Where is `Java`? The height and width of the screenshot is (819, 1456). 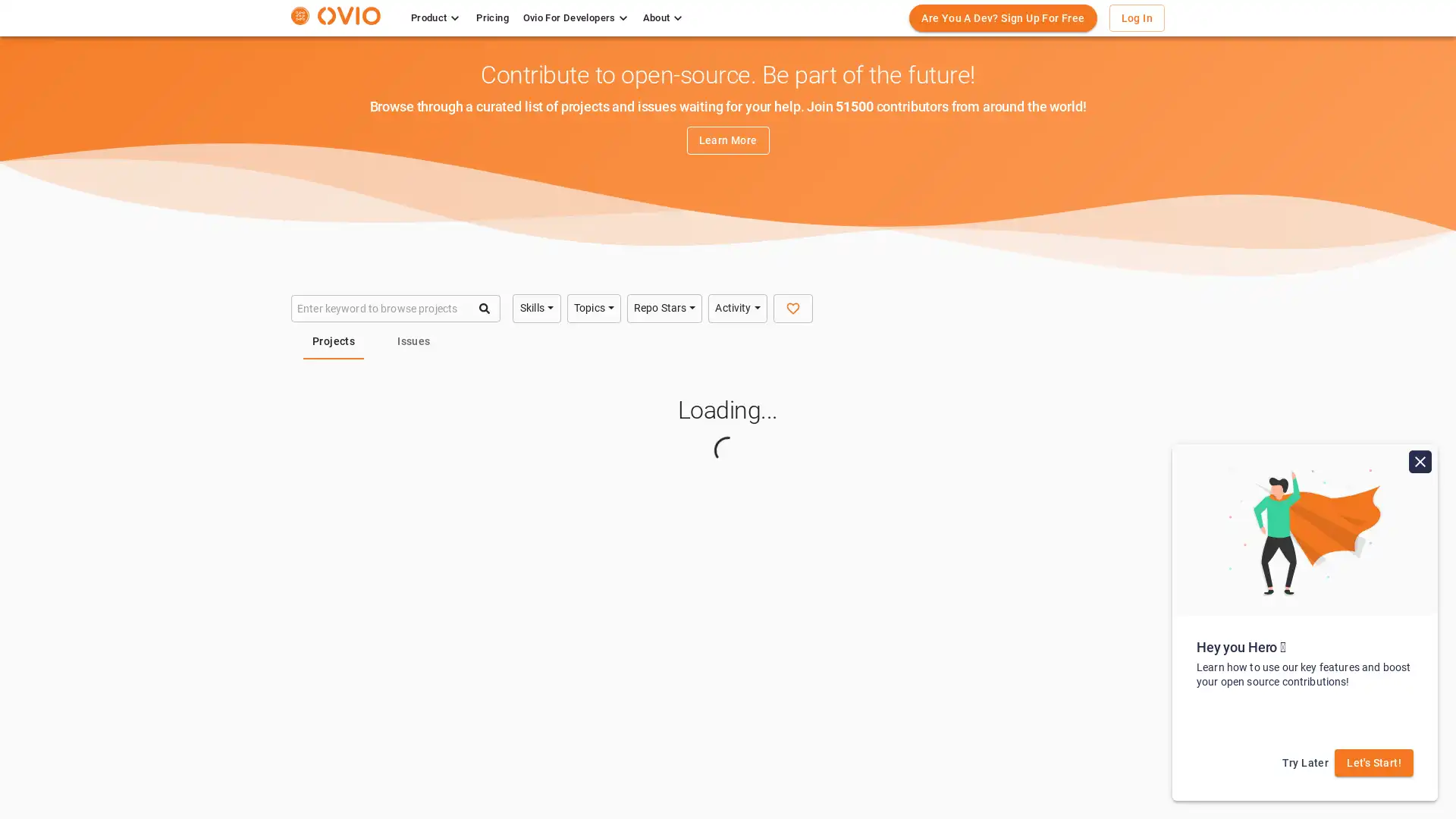 Java is located at coordinates (331, 648).